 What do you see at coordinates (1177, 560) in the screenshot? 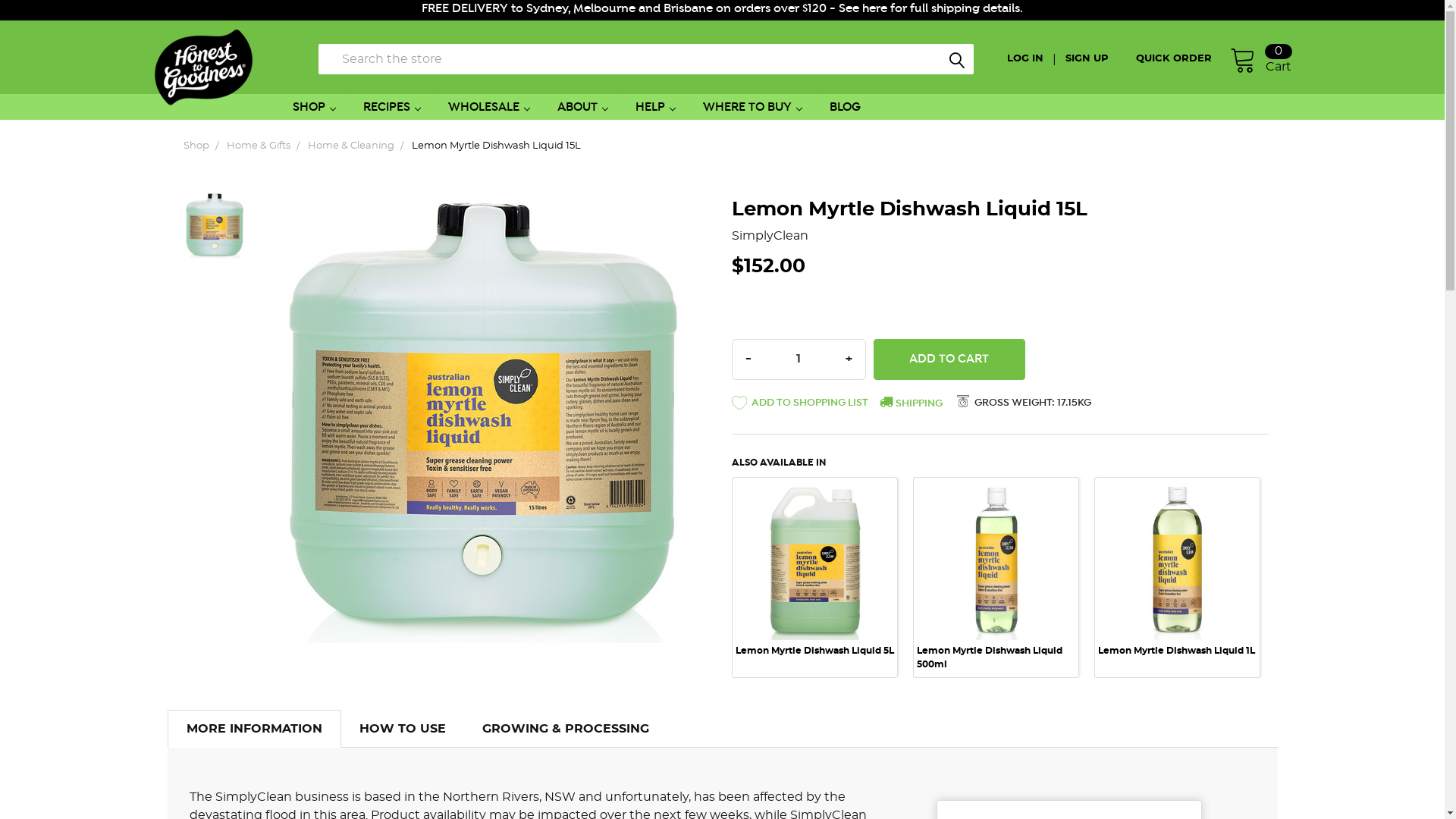
I see `'Lemon Myrtle Dishwash Liquid 1L 1'` at bounding box center [1177, 560].